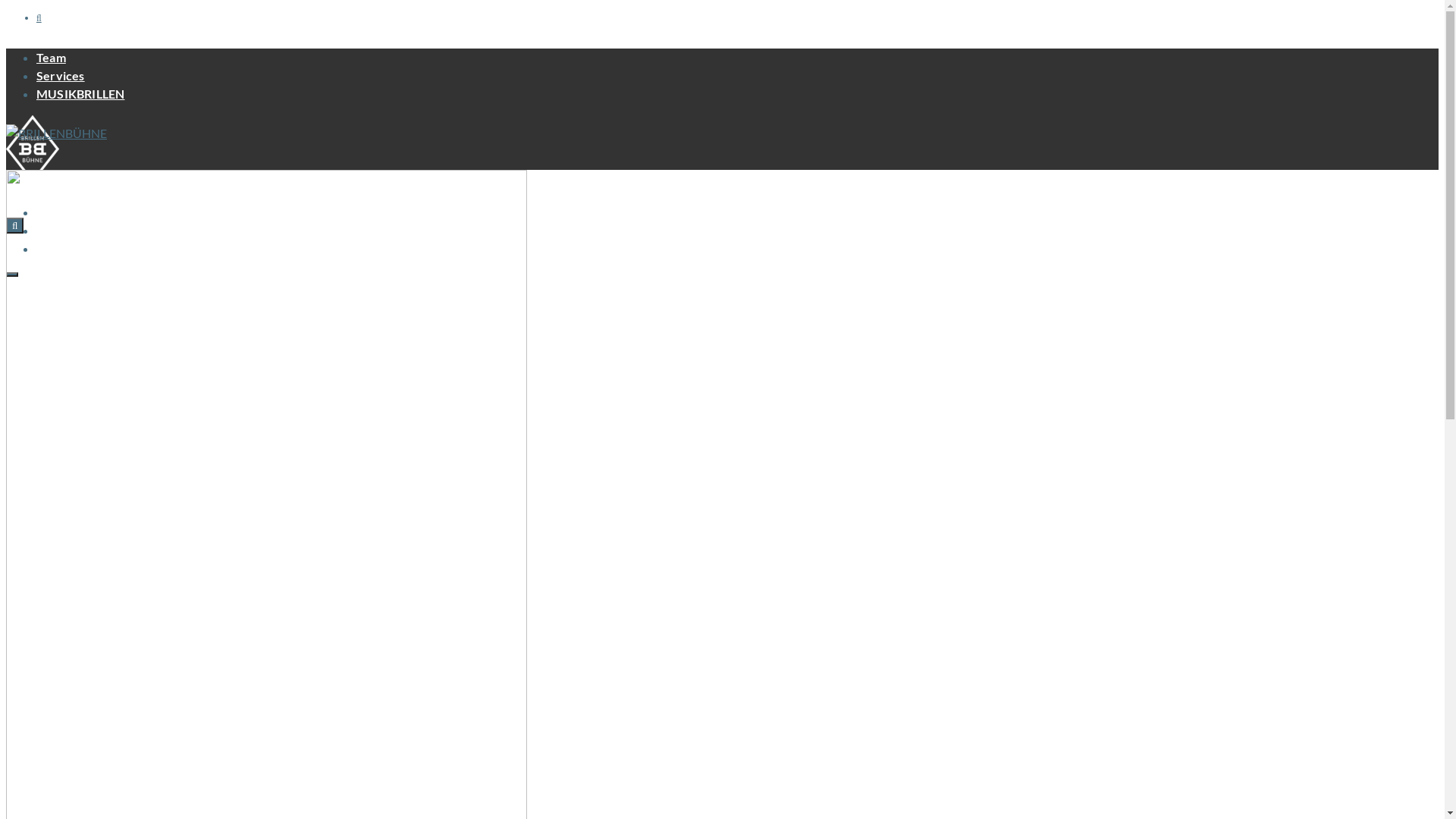 The width and height of the screenshot is (1456, 819). Describe the element at coordinates (36, 56) in the screenshot. I see `'Team'` at that location.